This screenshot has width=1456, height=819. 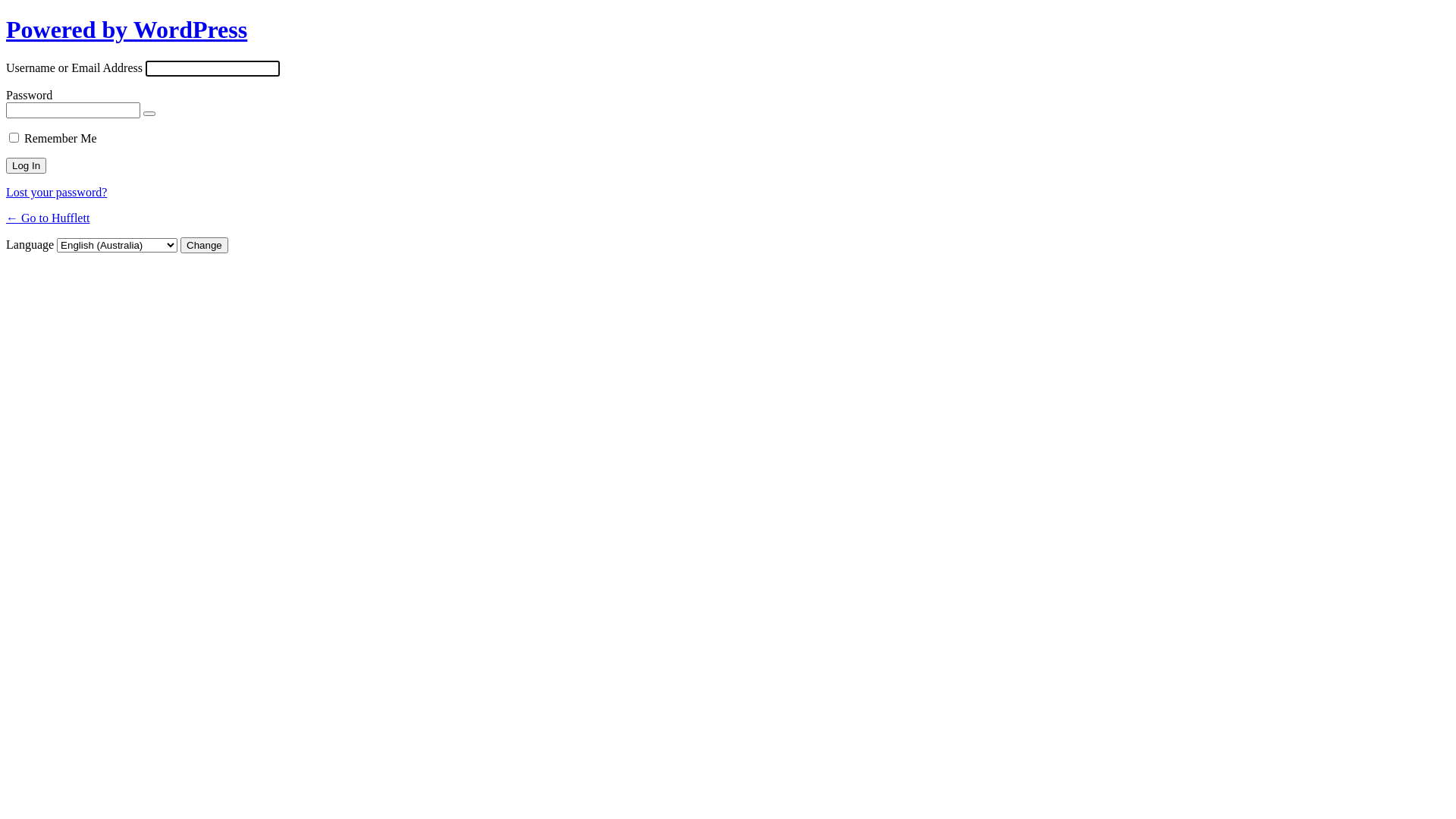 What do you see at coordinates (26, 165) in the screenshot?
I see `'Log In'` at bounding box center [26, 165].